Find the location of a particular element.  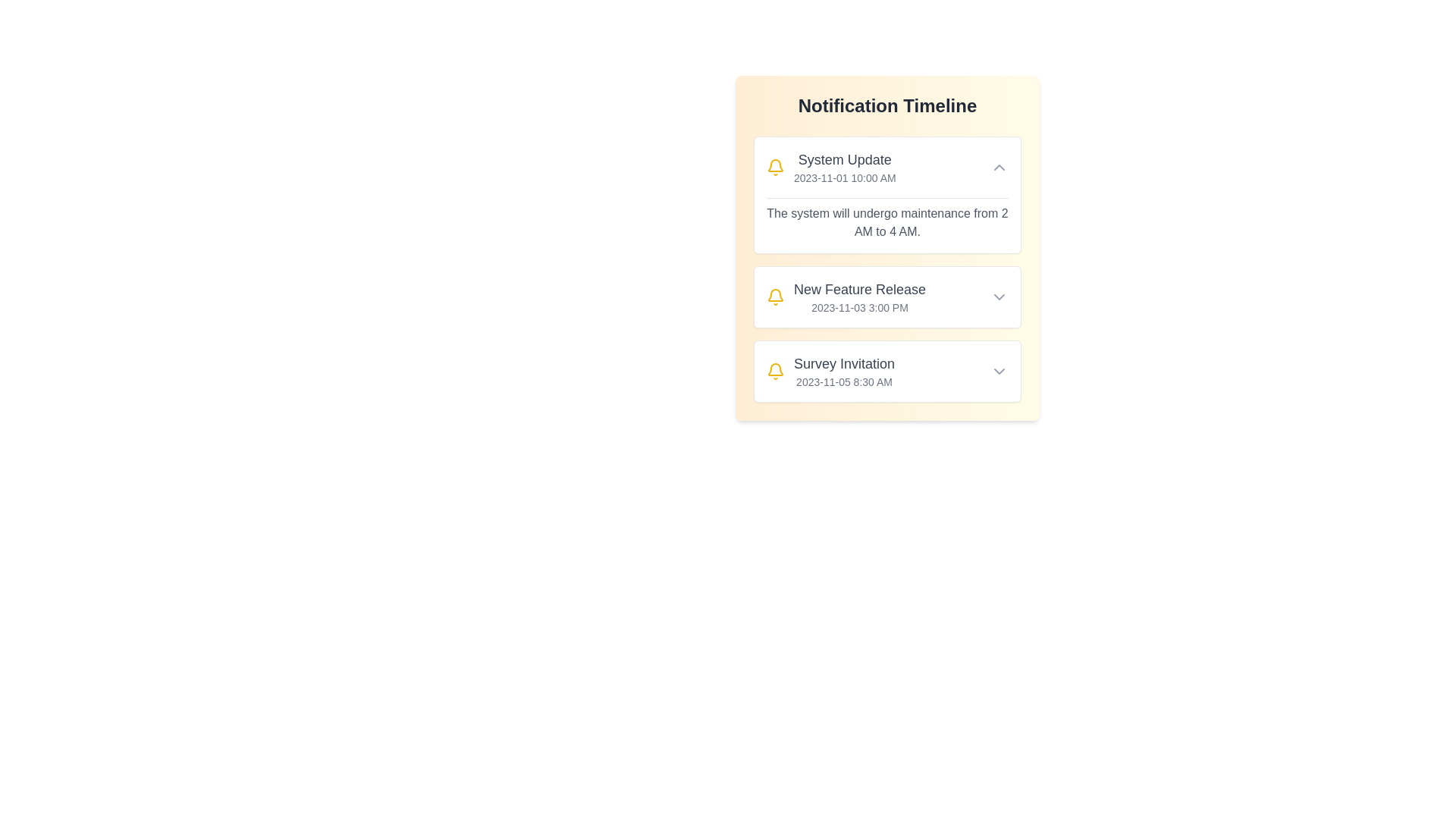

the downward-facing chevron icon on the right end of the notification row titled 'New Feature Release 2023-11-03 3:00 PM' is located at coordinates (999, 297).